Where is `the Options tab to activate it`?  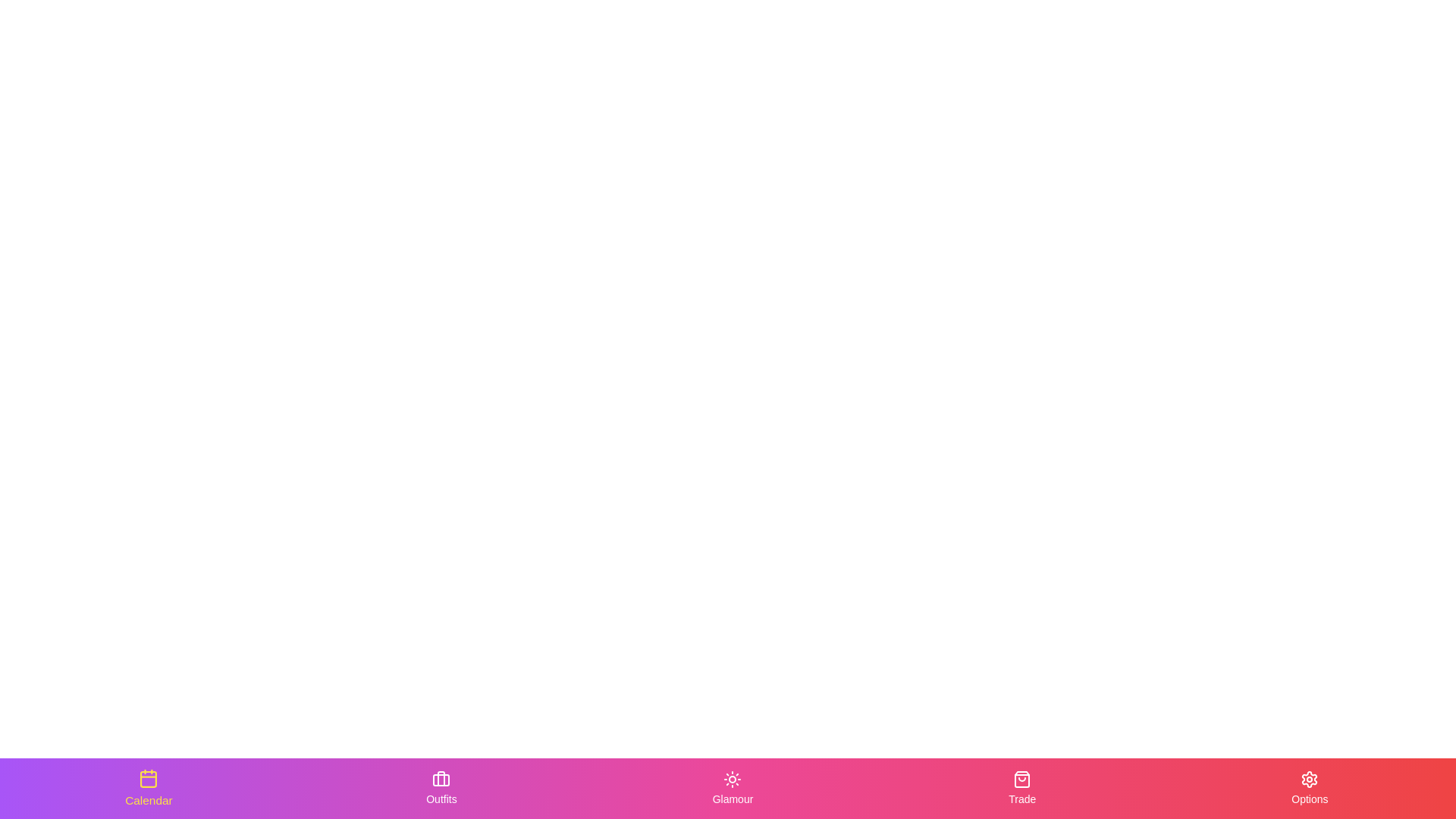
the Options tab to activate it is located at coordinates (1309, 788).